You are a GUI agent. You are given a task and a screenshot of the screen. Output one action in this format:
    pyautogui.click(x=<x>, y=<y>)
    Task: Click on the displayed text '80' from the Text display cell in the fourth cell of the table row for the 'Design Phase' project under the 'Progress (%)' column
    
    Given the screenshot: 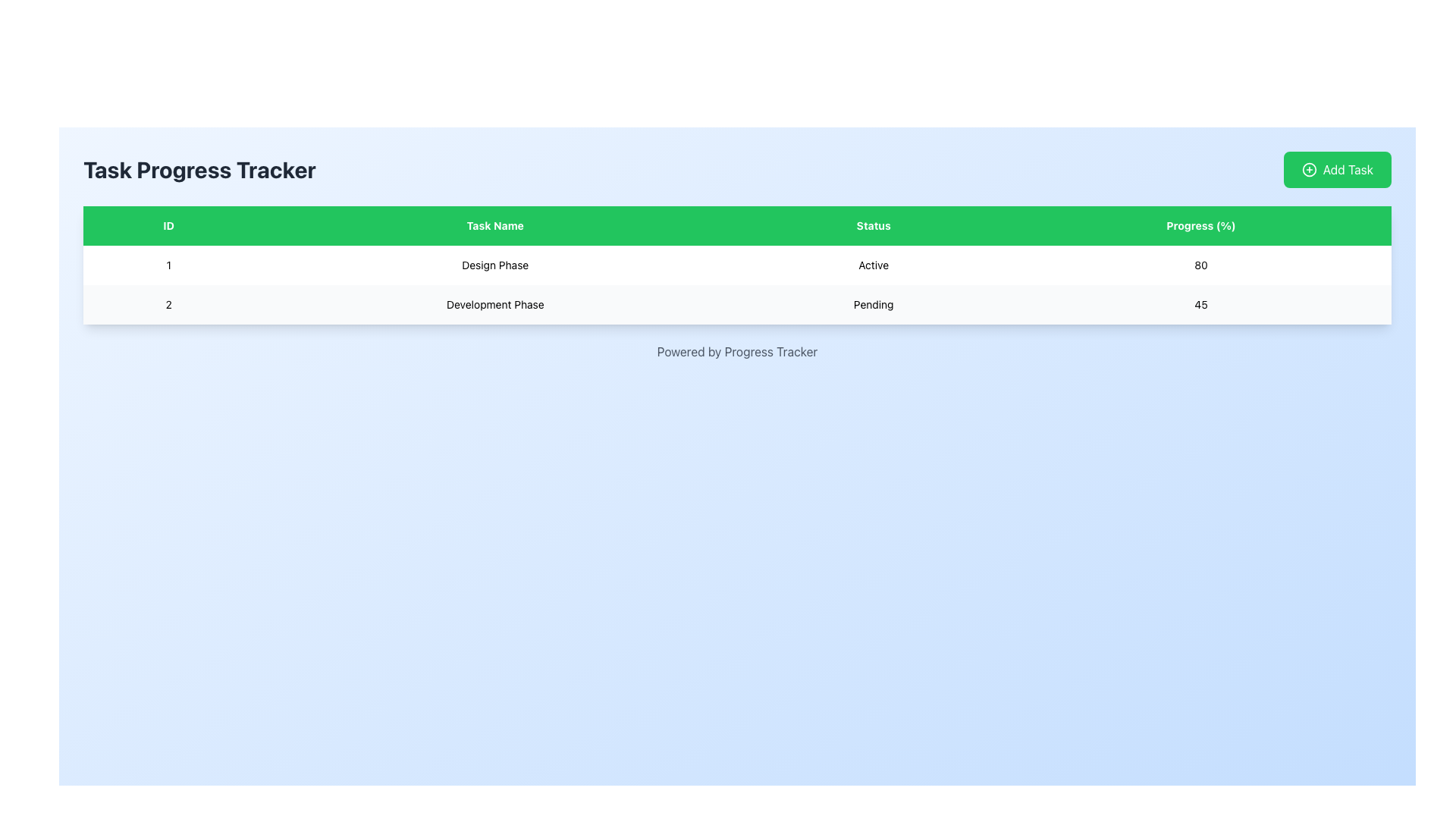 What is the action you would take?
    pyautogui.click(x=1200, y=265)
    